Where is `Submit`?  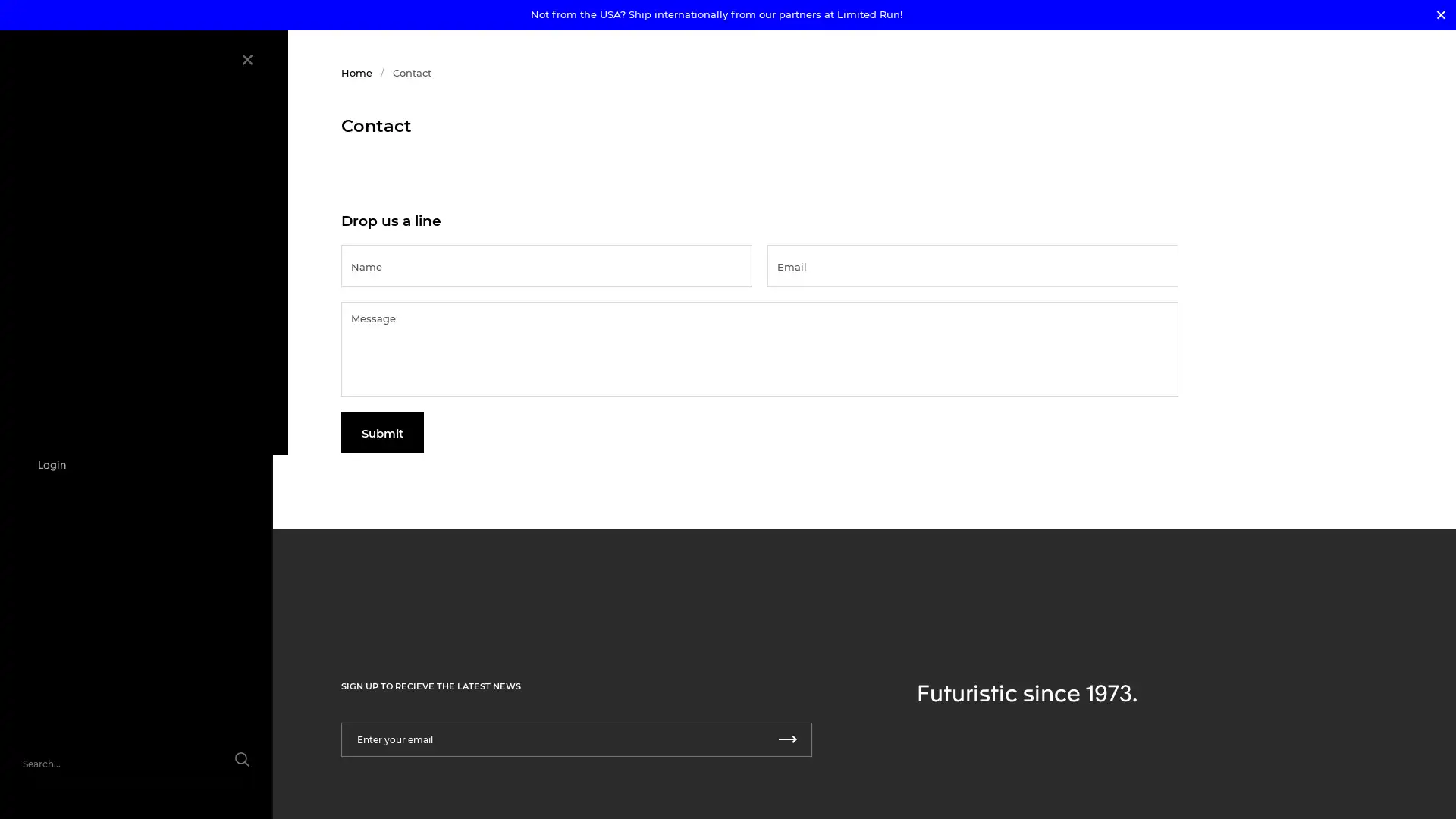
Submit is located at coordinates (787, 739).